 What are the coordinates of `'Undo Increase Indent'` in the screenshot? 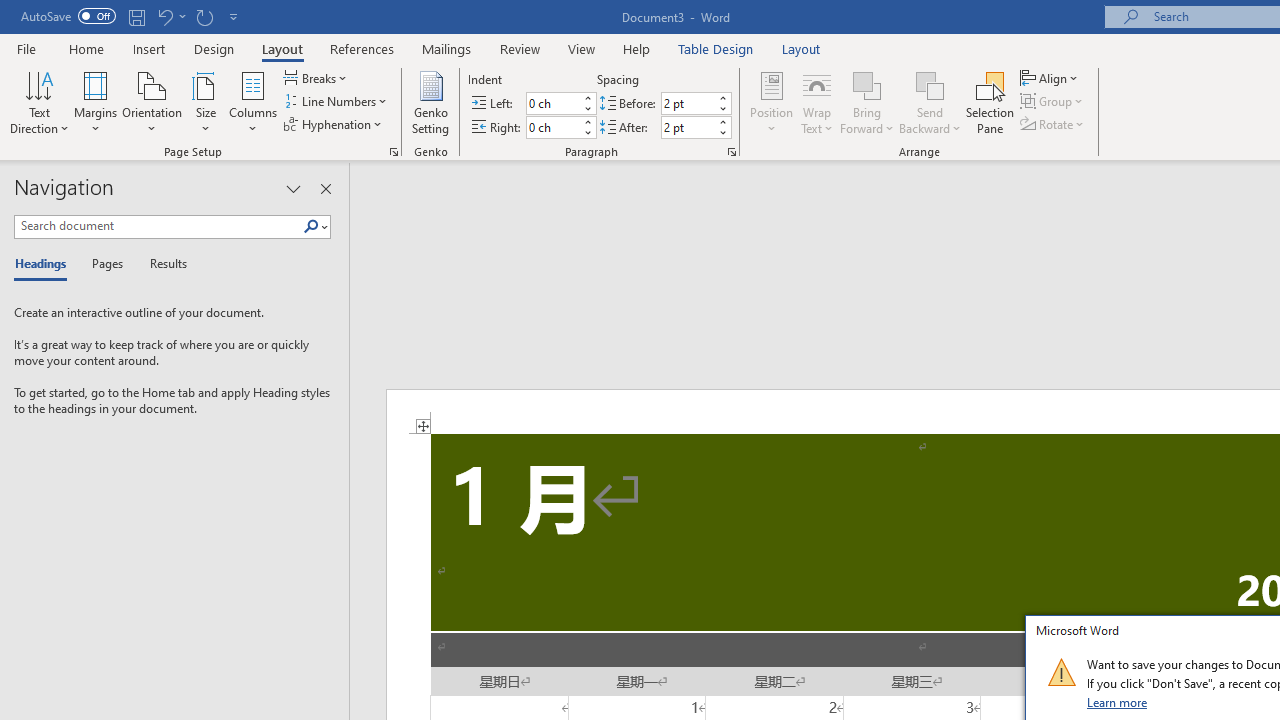 It's located at (164, 16).